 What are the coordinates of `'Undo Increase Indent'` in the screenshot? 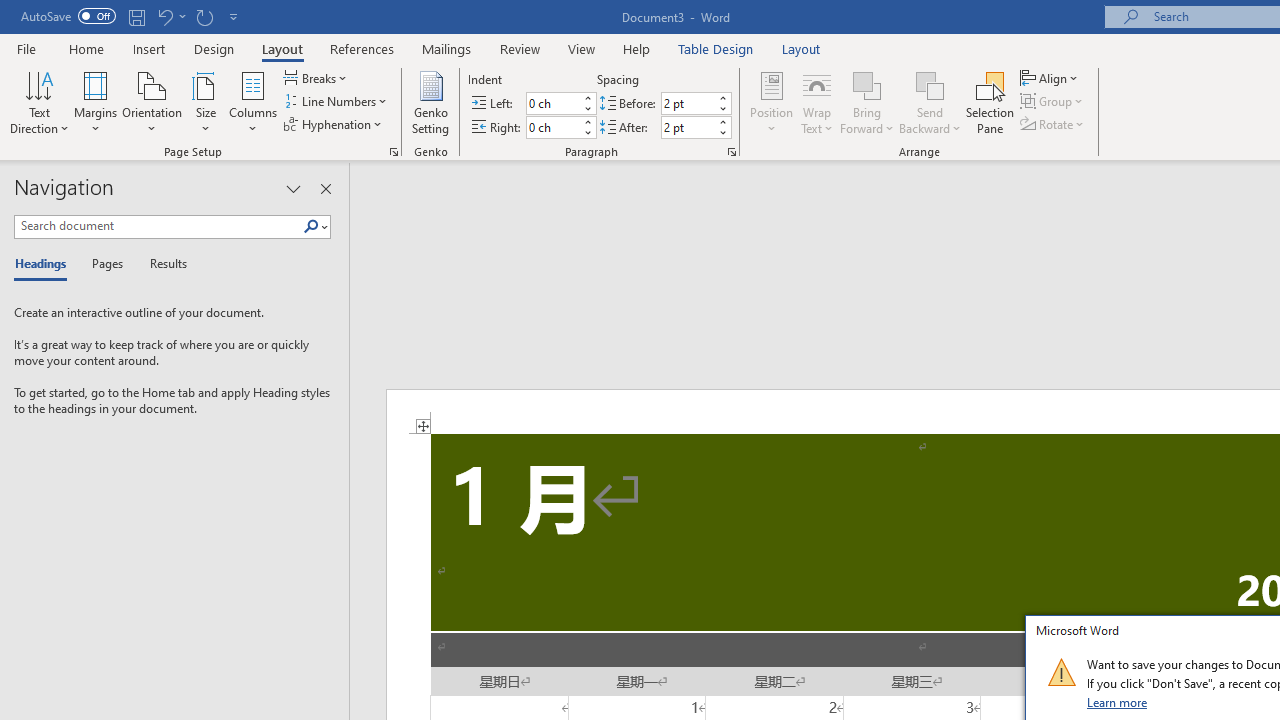 It's located at (164, 16).